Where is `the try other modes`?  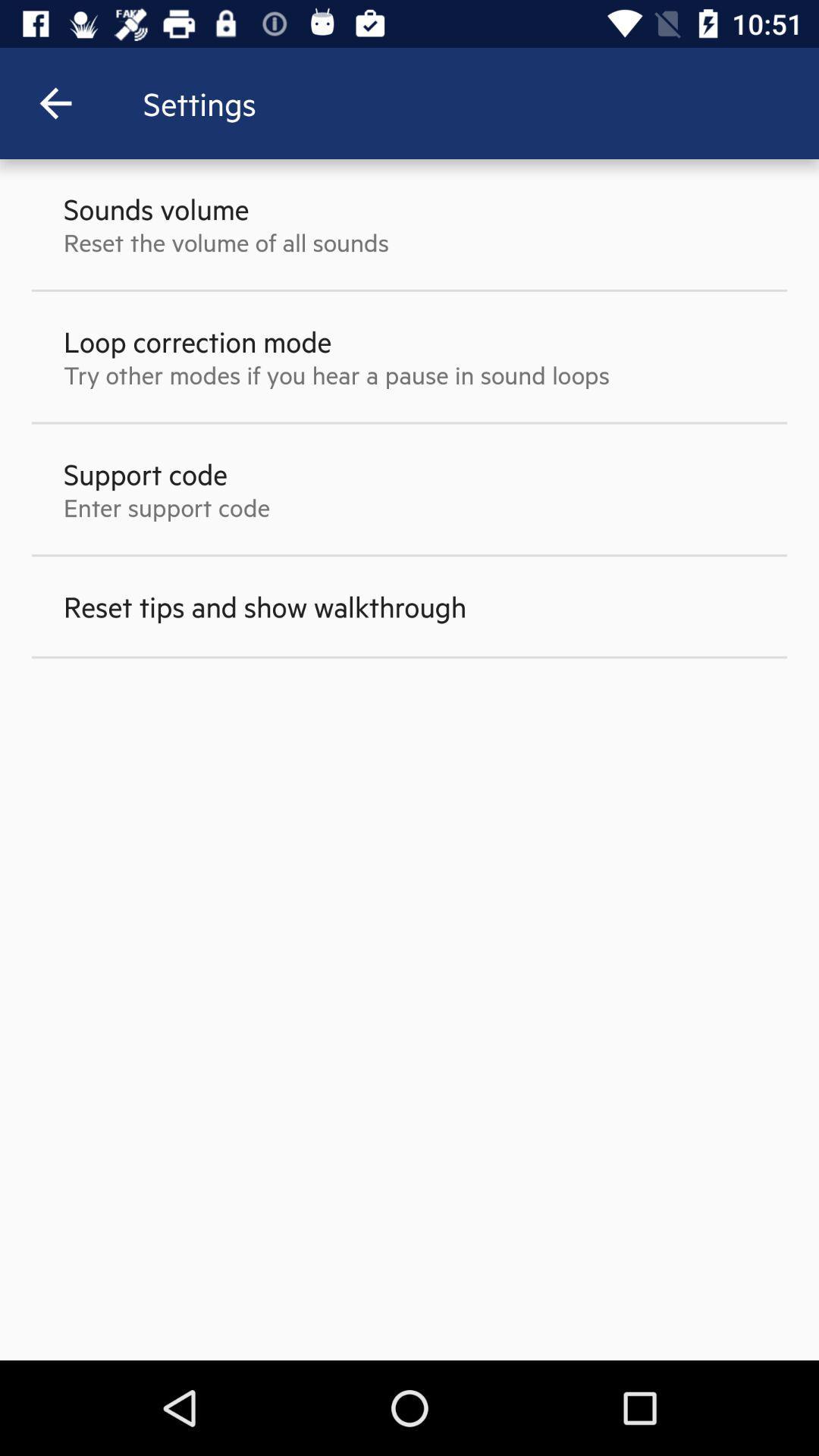 the try other modes is located at coordinates (335, 375).